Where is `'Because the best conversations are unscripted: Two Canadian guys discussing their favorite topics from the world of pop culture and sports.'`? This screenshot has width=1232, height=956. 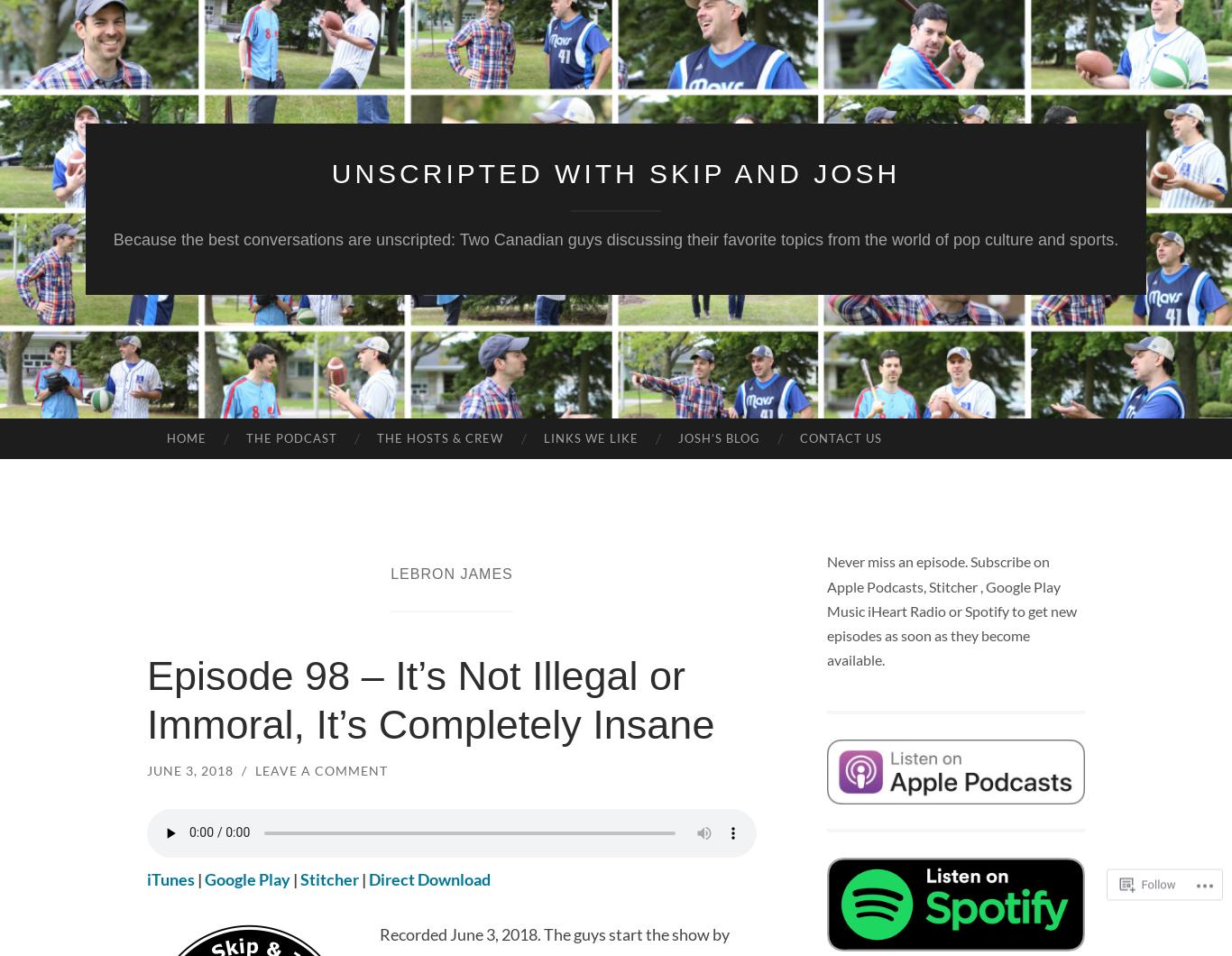
'Because the best conversations are unscripted: Two Canadian guys discussing their favorite topics from the world of pop culture and sports.' is located at coordinates (614, 239).